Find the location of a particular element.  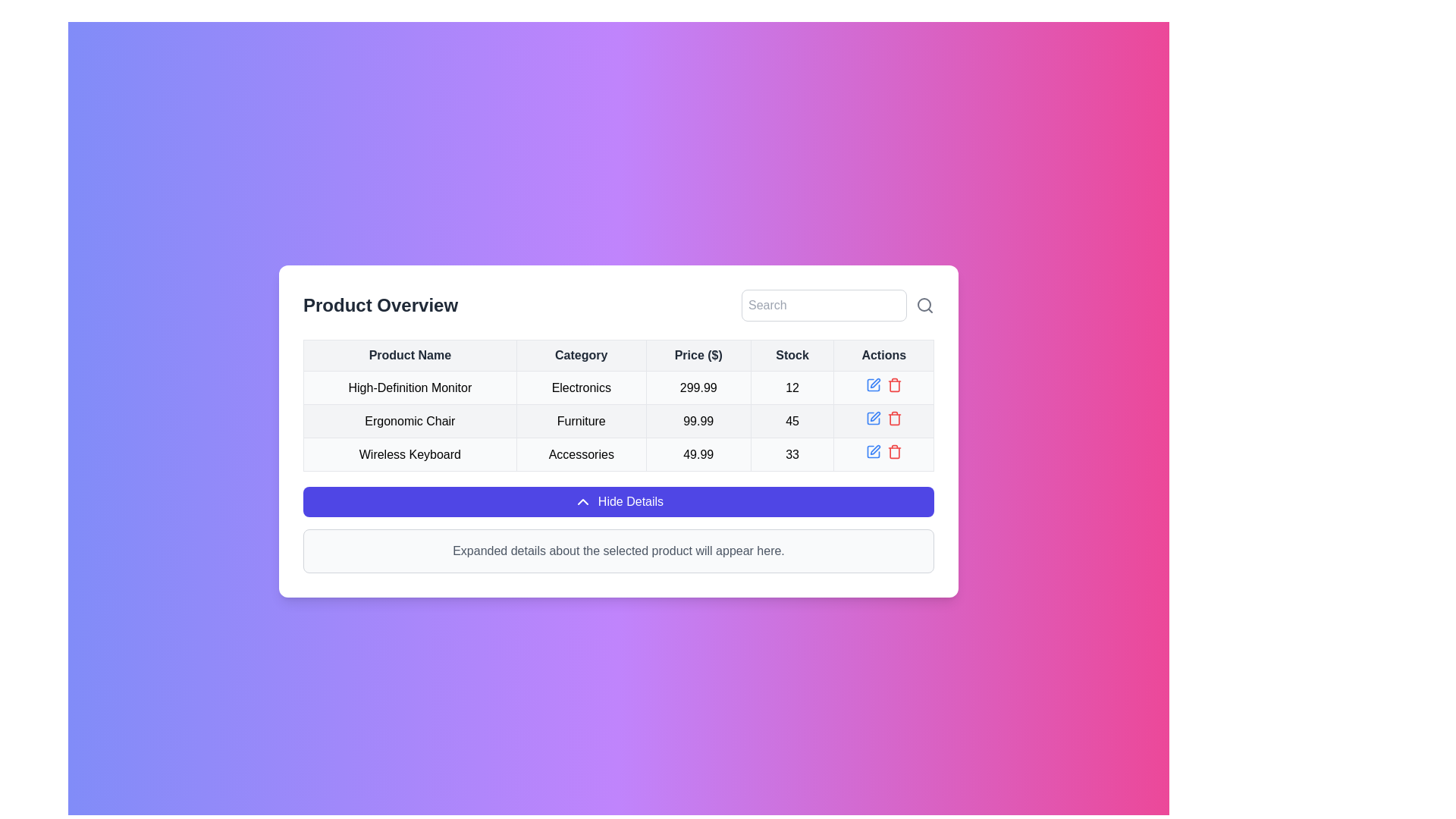

the stock quantity text for the 'High-Definition Monitor' product located in the fourth column of the first data row in the table is located at coordinates (792, 387).